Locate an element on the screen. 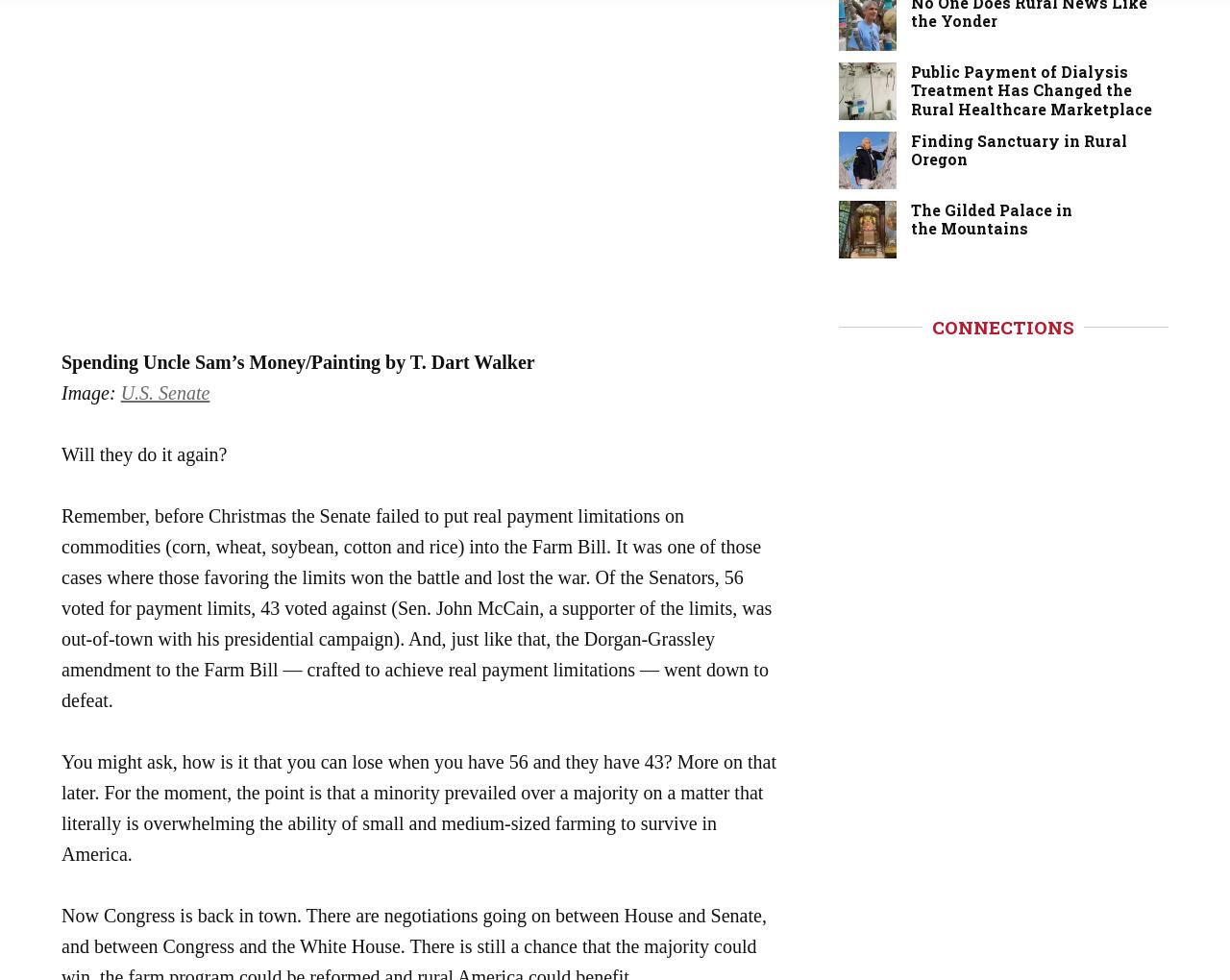 This screenshot has height=980, width=1230. 'Will they do it again?' is located at coordinates (61, 453).